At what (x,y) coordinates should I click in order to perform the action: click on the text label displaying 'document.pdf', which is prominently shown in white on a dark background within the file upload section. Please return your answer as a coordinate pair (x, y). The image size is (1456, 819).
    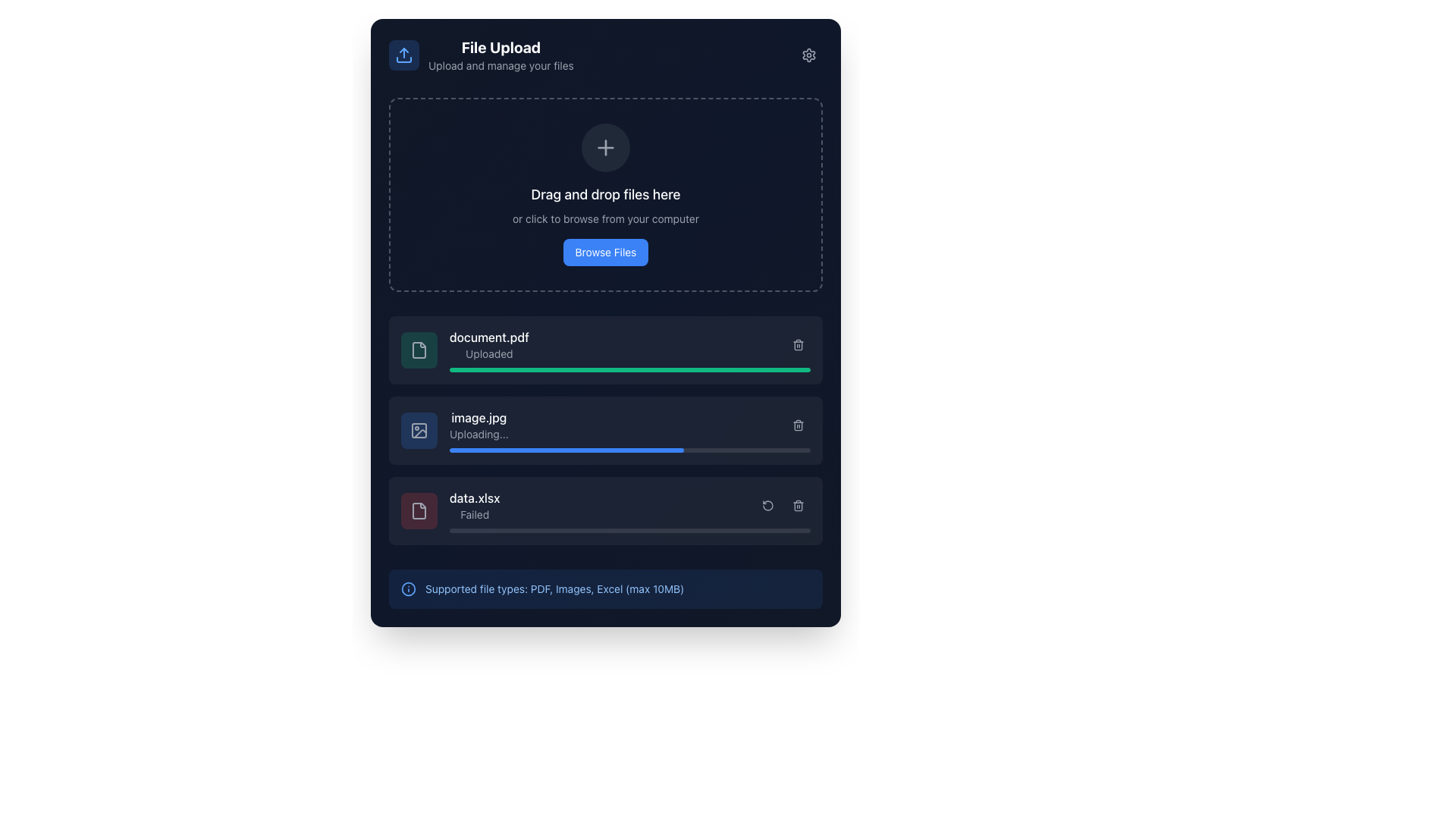
    Looking at the image, I should click on (489, 336).